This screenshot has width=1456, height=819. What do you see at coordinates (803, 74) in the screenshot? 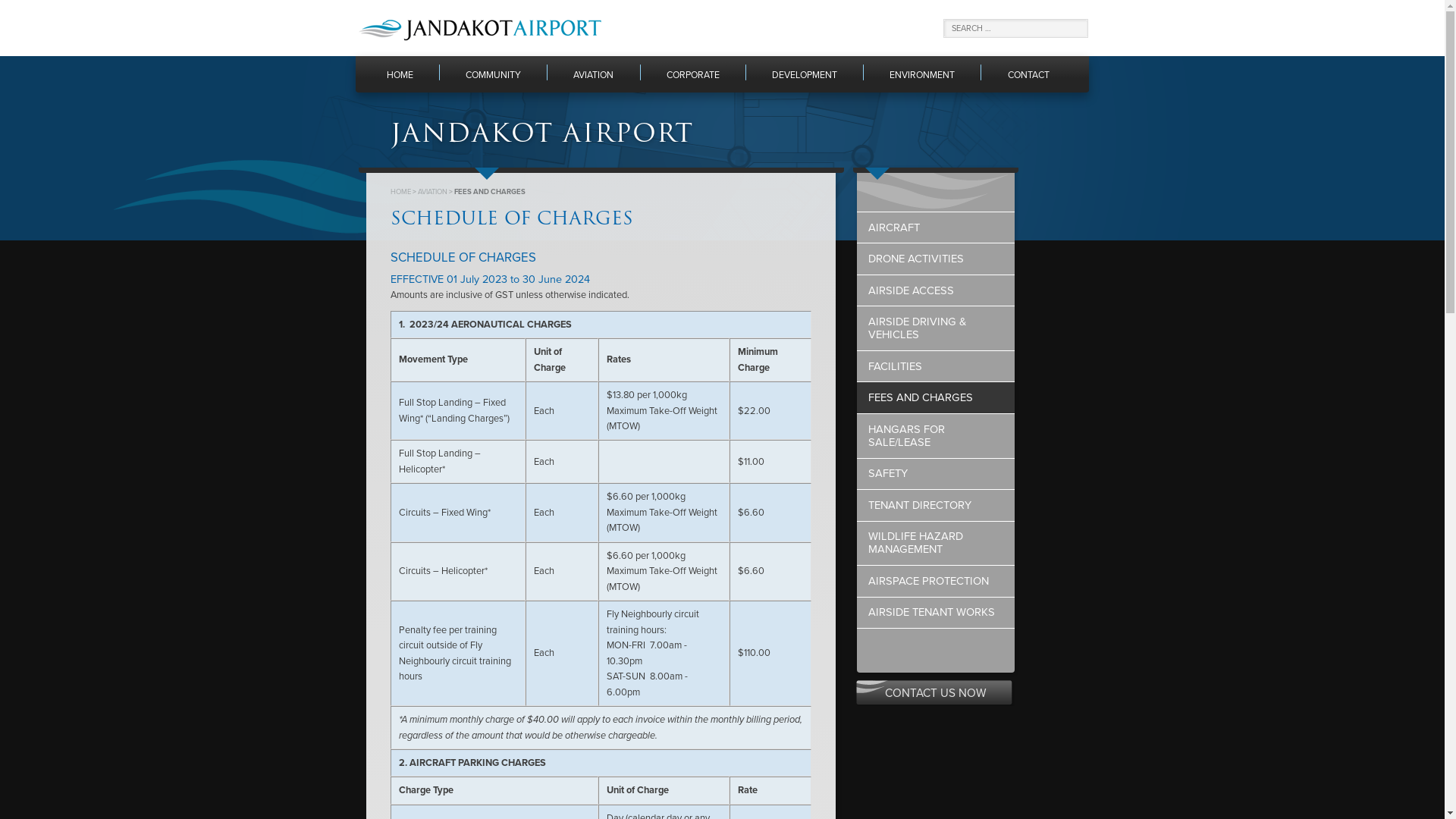
I see `'DEVELOPMENT'` at bounding box center [803, 74].